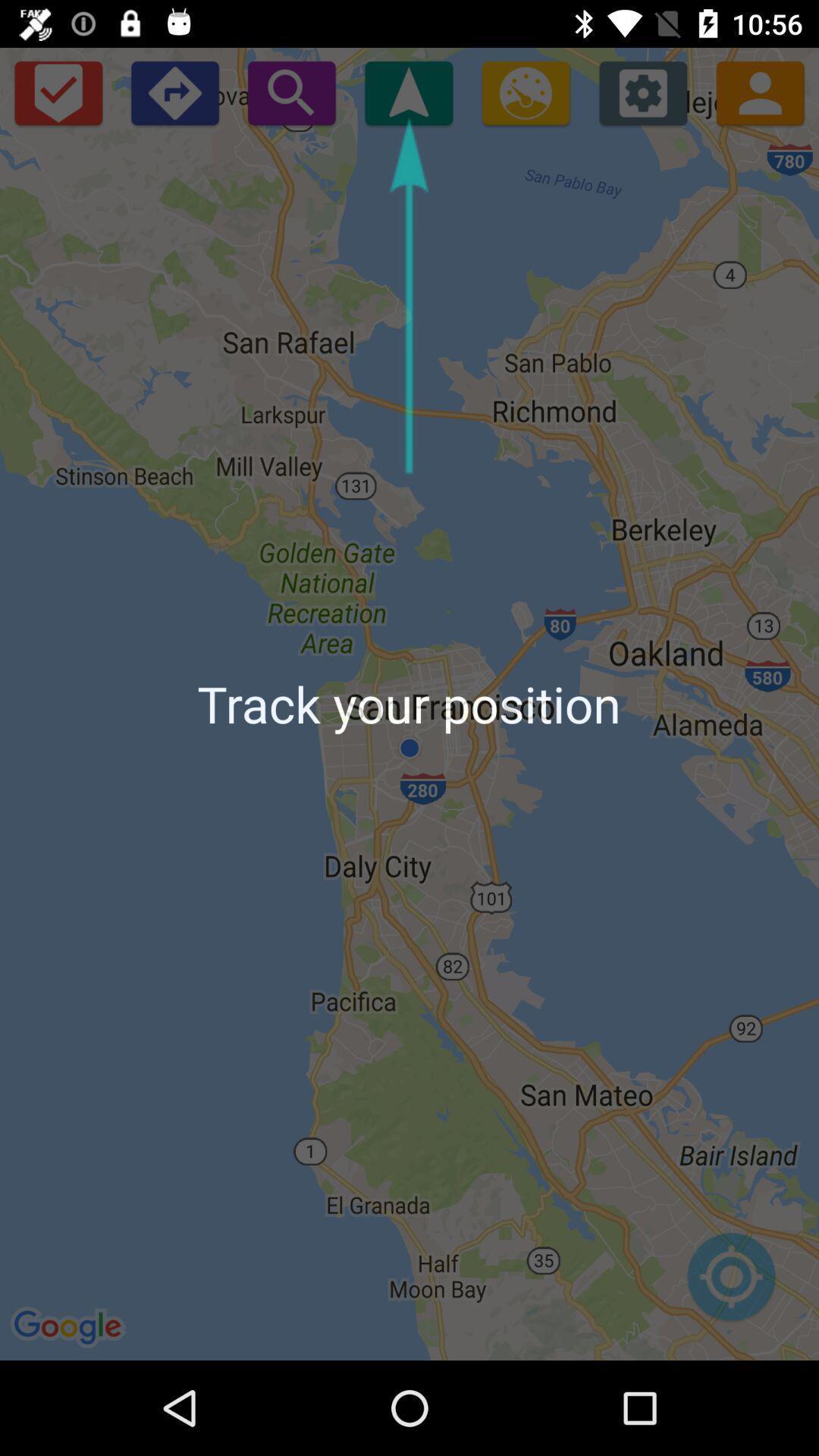 This screenshot has width=819, height=1456. Describe the element at coordinates (730, 1284) in the screenshot. I see `the location_crosshair icon` at that location.